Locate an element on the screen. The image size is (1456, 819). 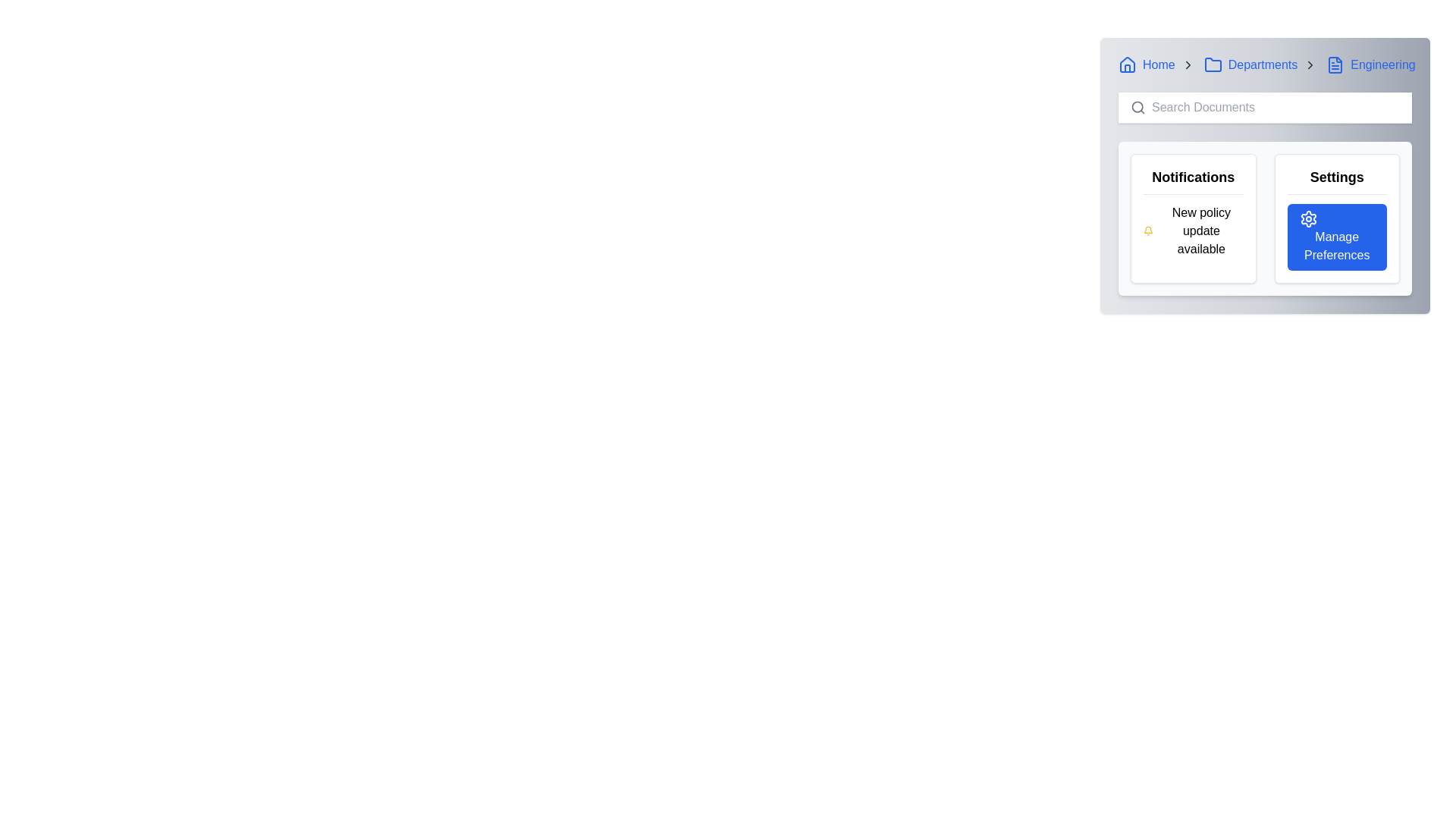
the 'Engineering' breadcrumb navigation link, which is the third and rightmost item in the breadcrumb navigation bar at the top of the page is located at coordinates (1371, 64).